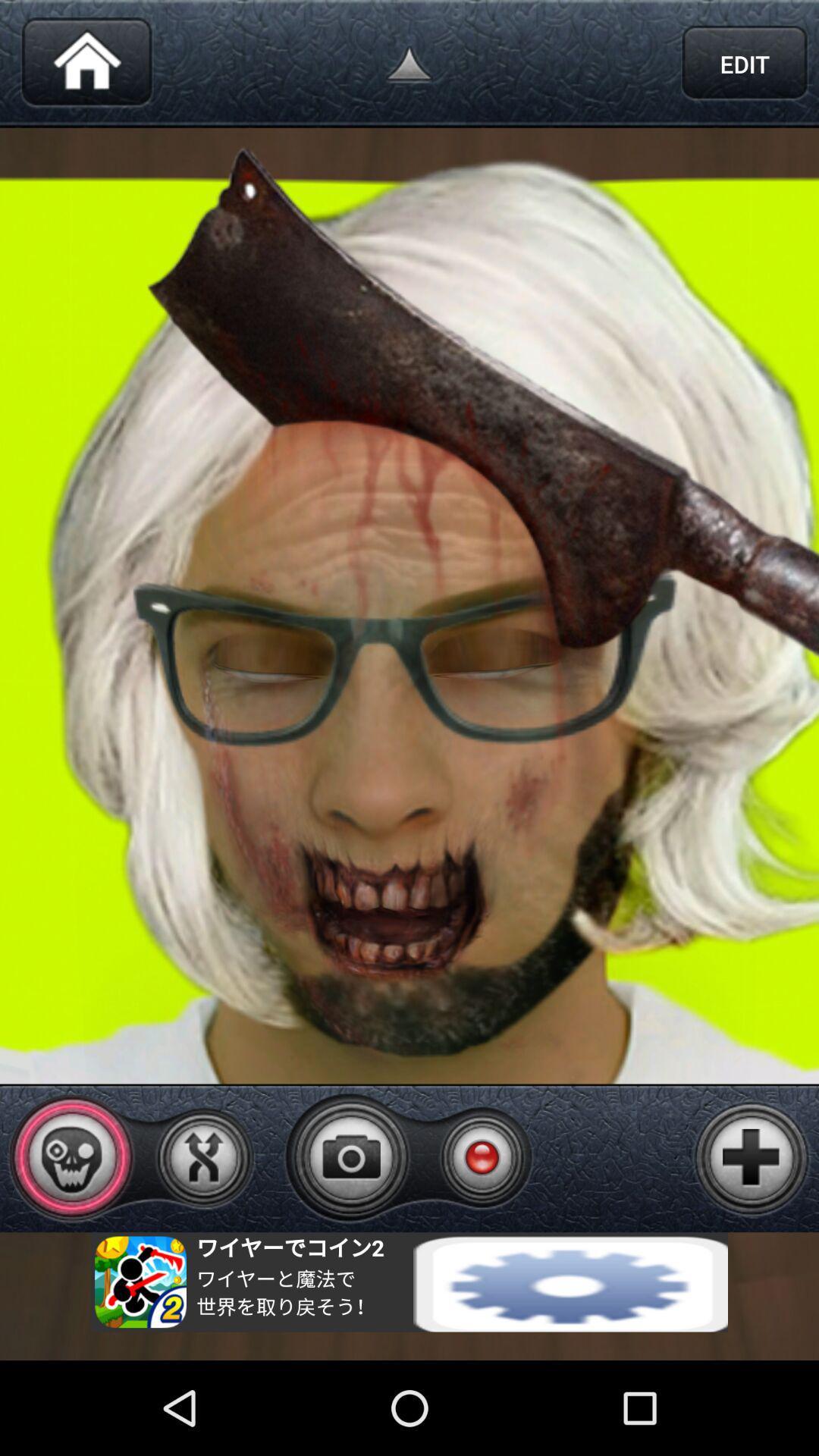  Describe the element at coordinates (351, 1238) in the screenshot. I see `the photo icon` at that location.